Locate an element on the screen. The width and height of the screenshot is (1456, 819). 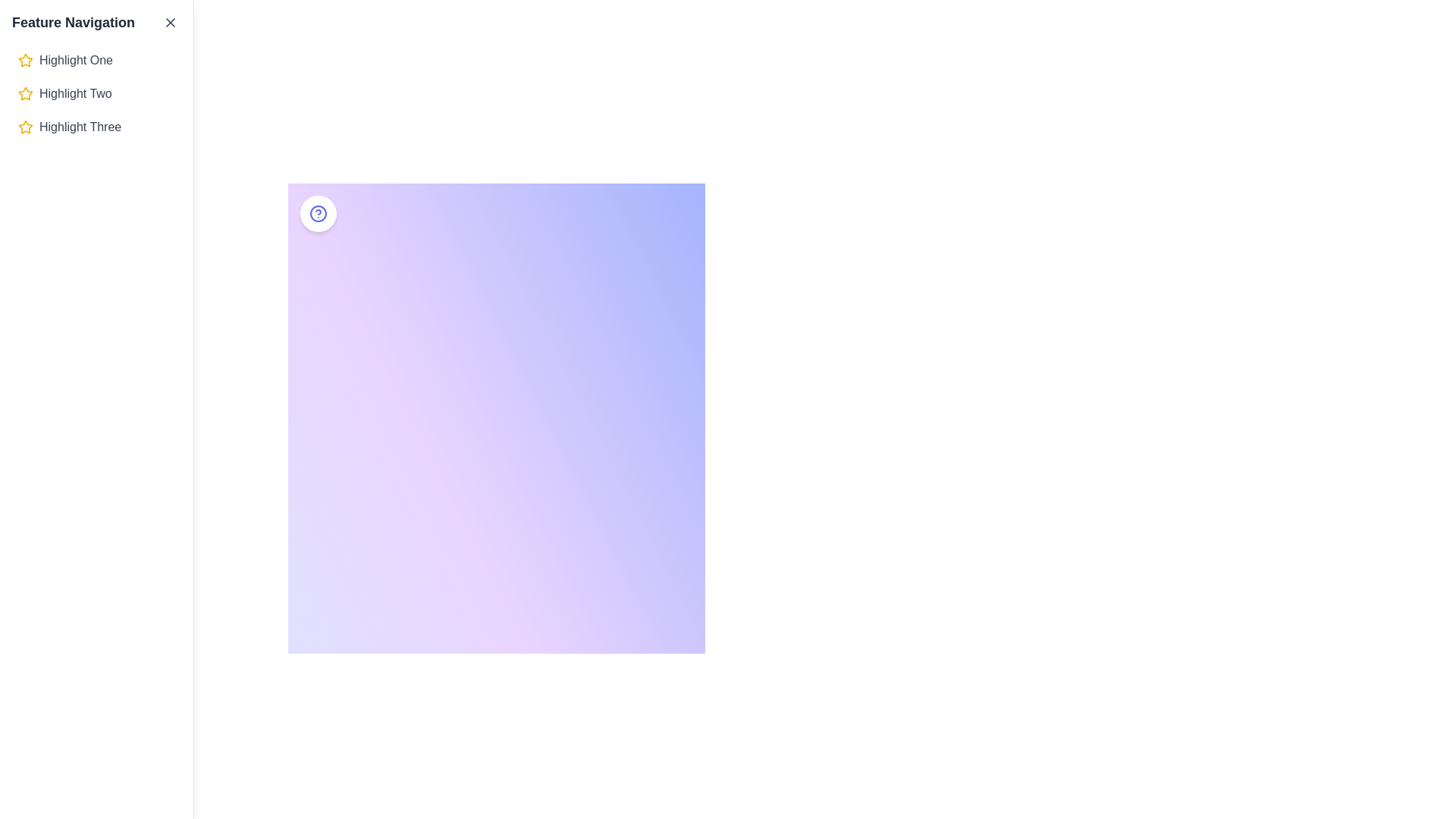
the 'Highlight Two' navigation list item, which is the second item in the vertical list on the left sidebar, featuring a yellow star icon and styled text in a standard sans-serif font is located at coordinates (96, 93).